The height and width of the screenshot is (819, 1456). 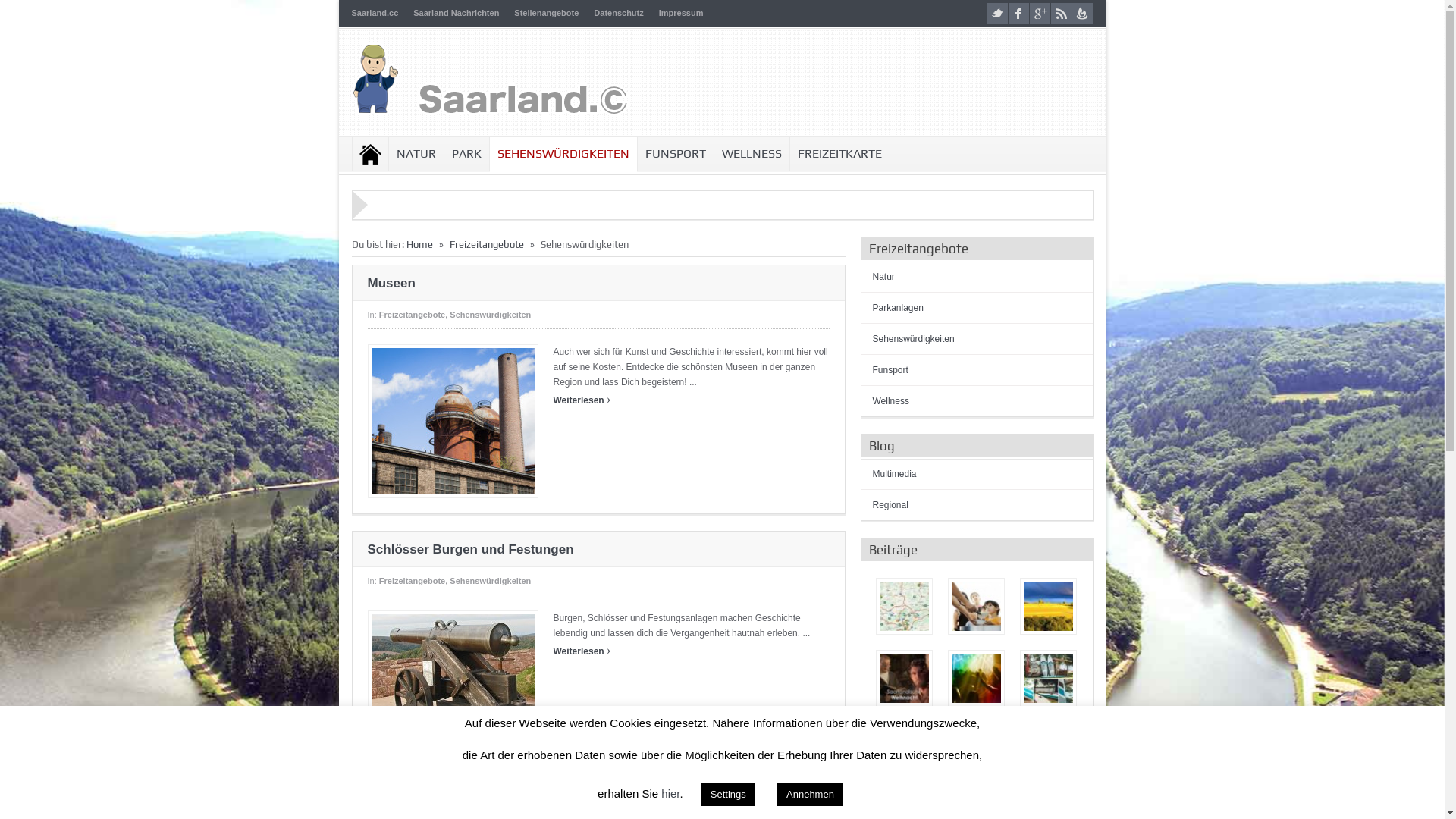 I want to click on 'Multimedia', so click(x=894, y=472).